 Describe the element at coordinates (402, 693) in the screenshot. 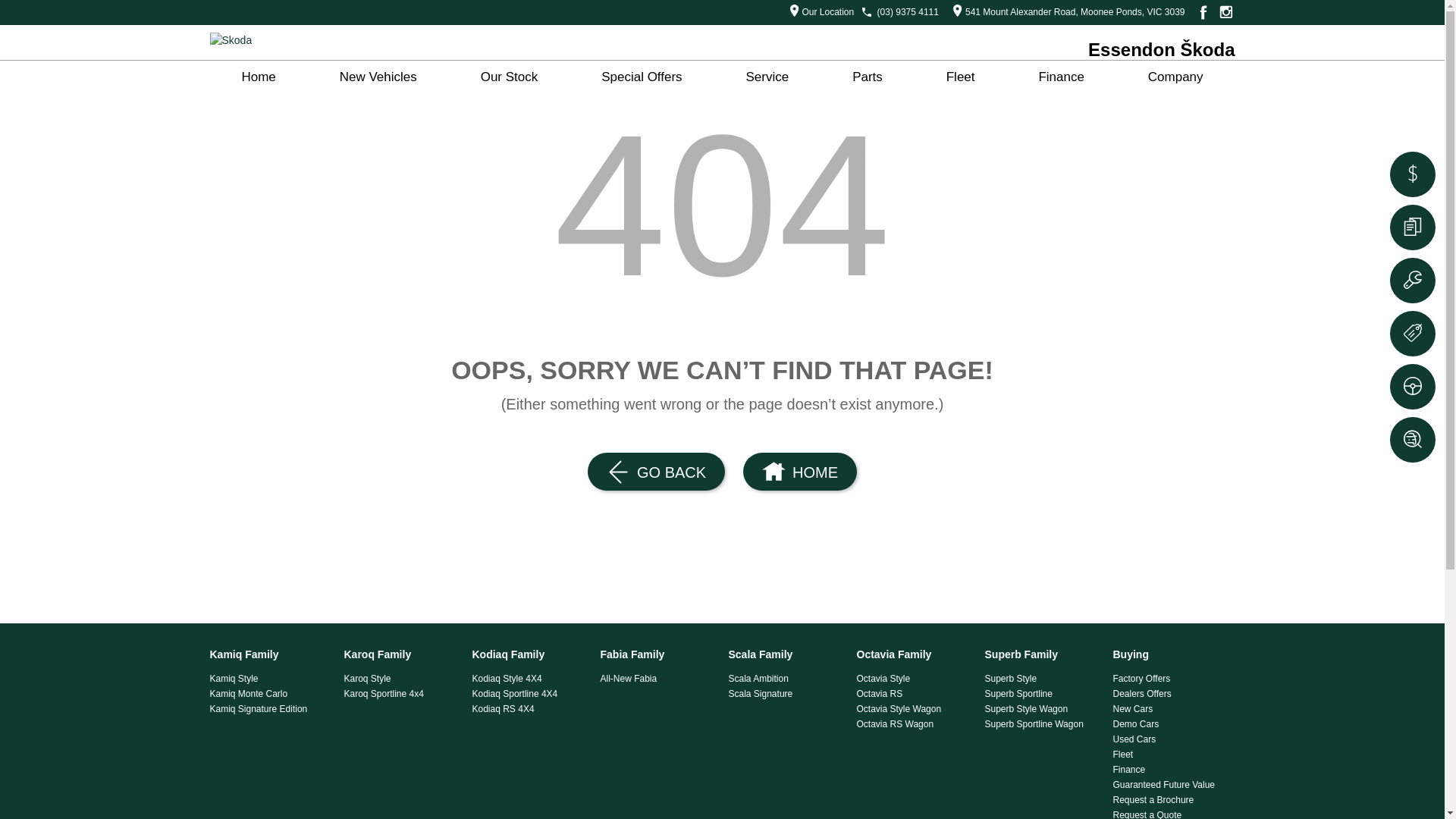

I see `'Karoq Sportline 4x4'` at that location.